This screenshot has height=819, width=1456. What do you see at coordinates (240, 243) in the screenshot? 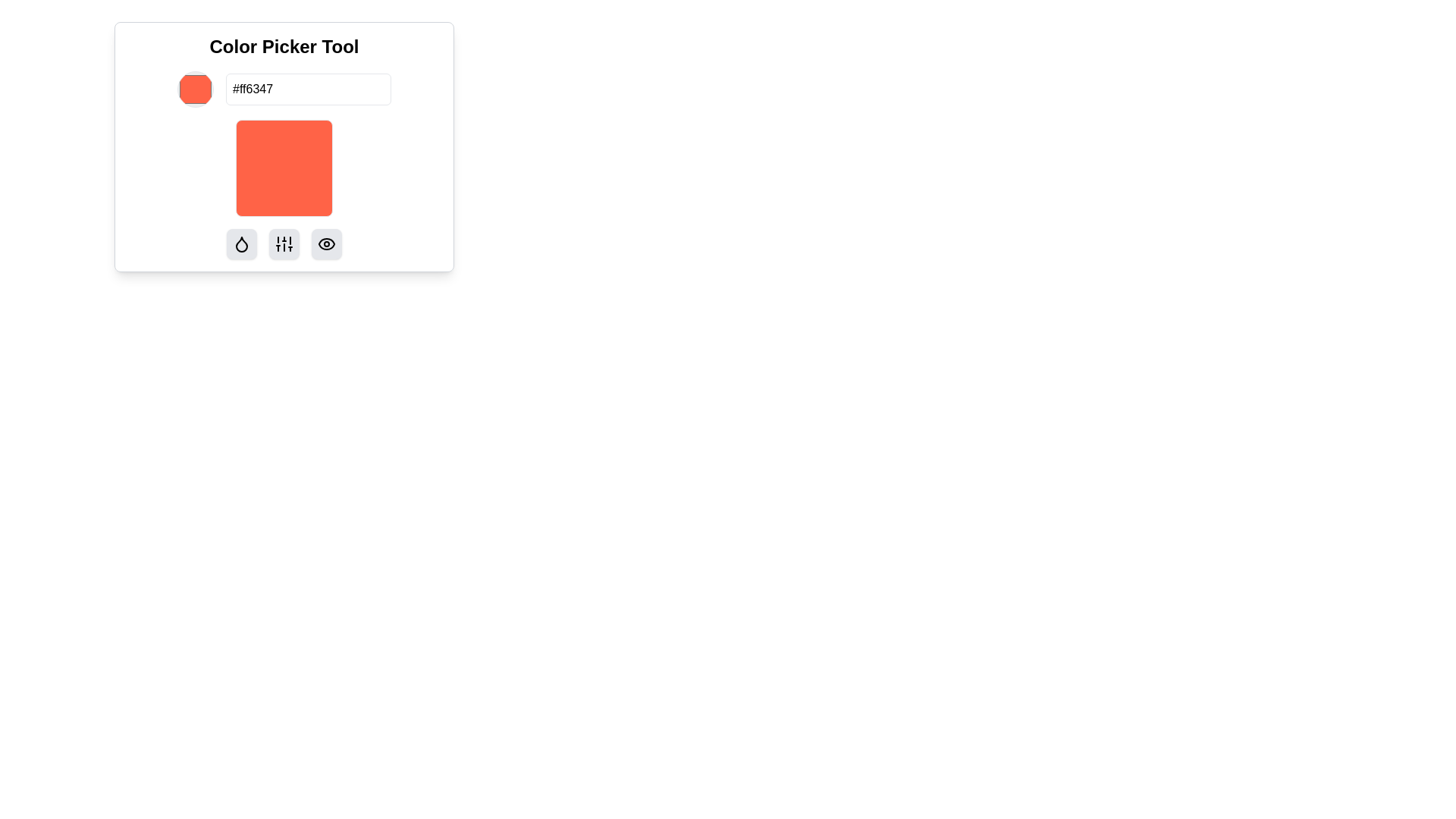
I see `the first button in the series of three color dropper buttons located below the color display box` at bounding box center [240, 243].